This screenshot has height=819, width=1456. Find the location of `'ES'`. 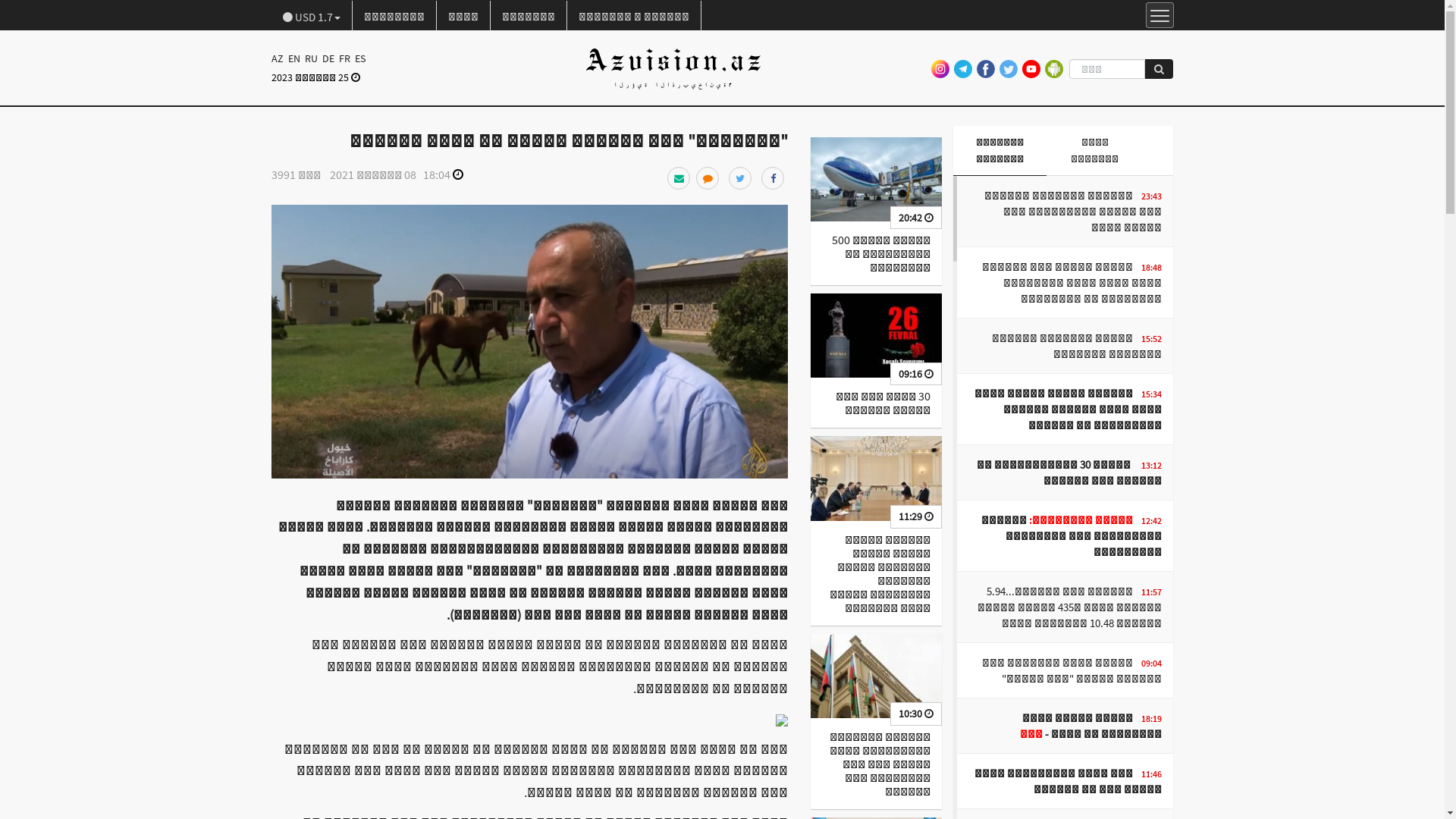

'ES' is located at coordinates (359, 58).